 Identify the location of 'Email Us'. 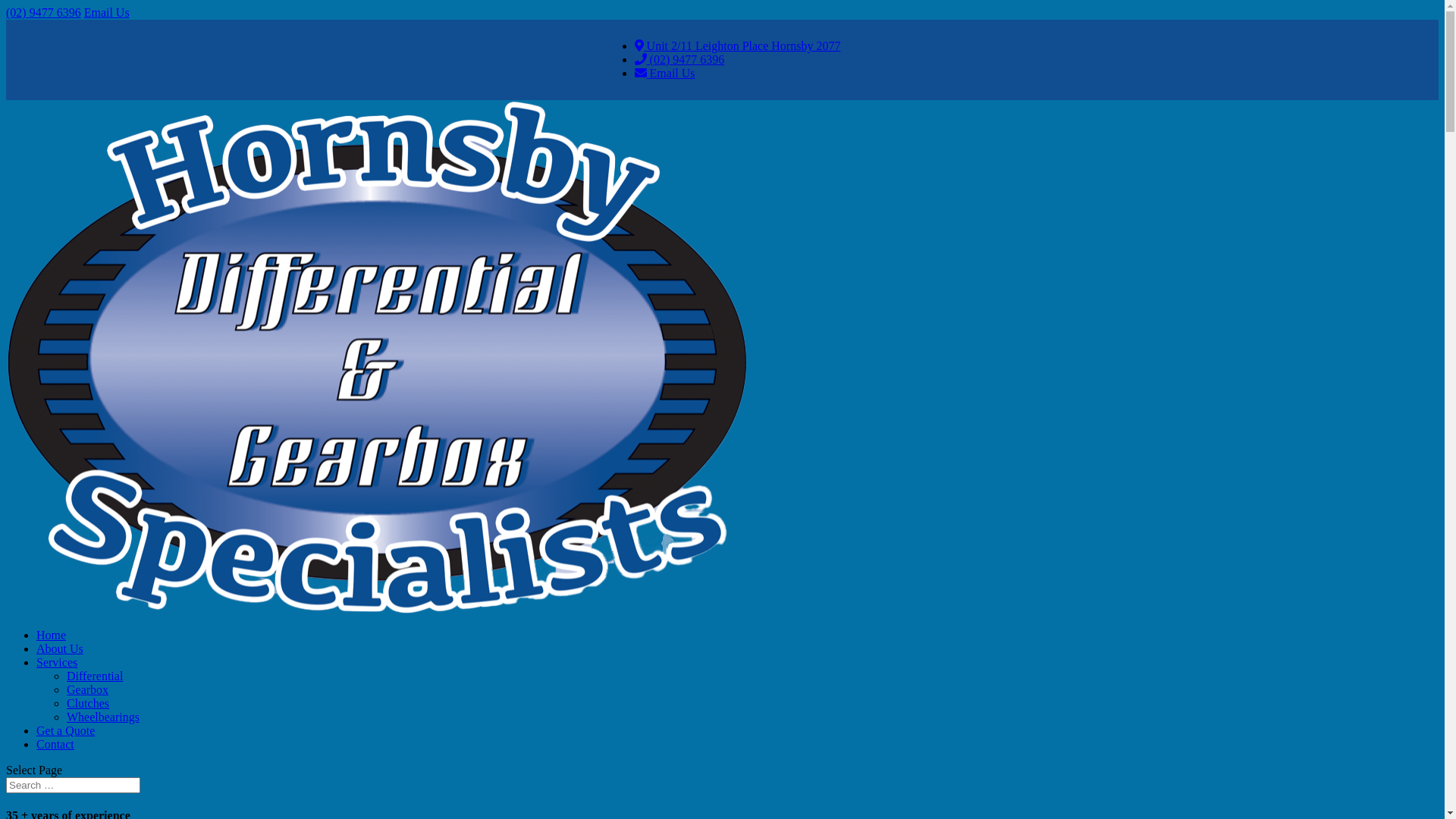
(665, 73).